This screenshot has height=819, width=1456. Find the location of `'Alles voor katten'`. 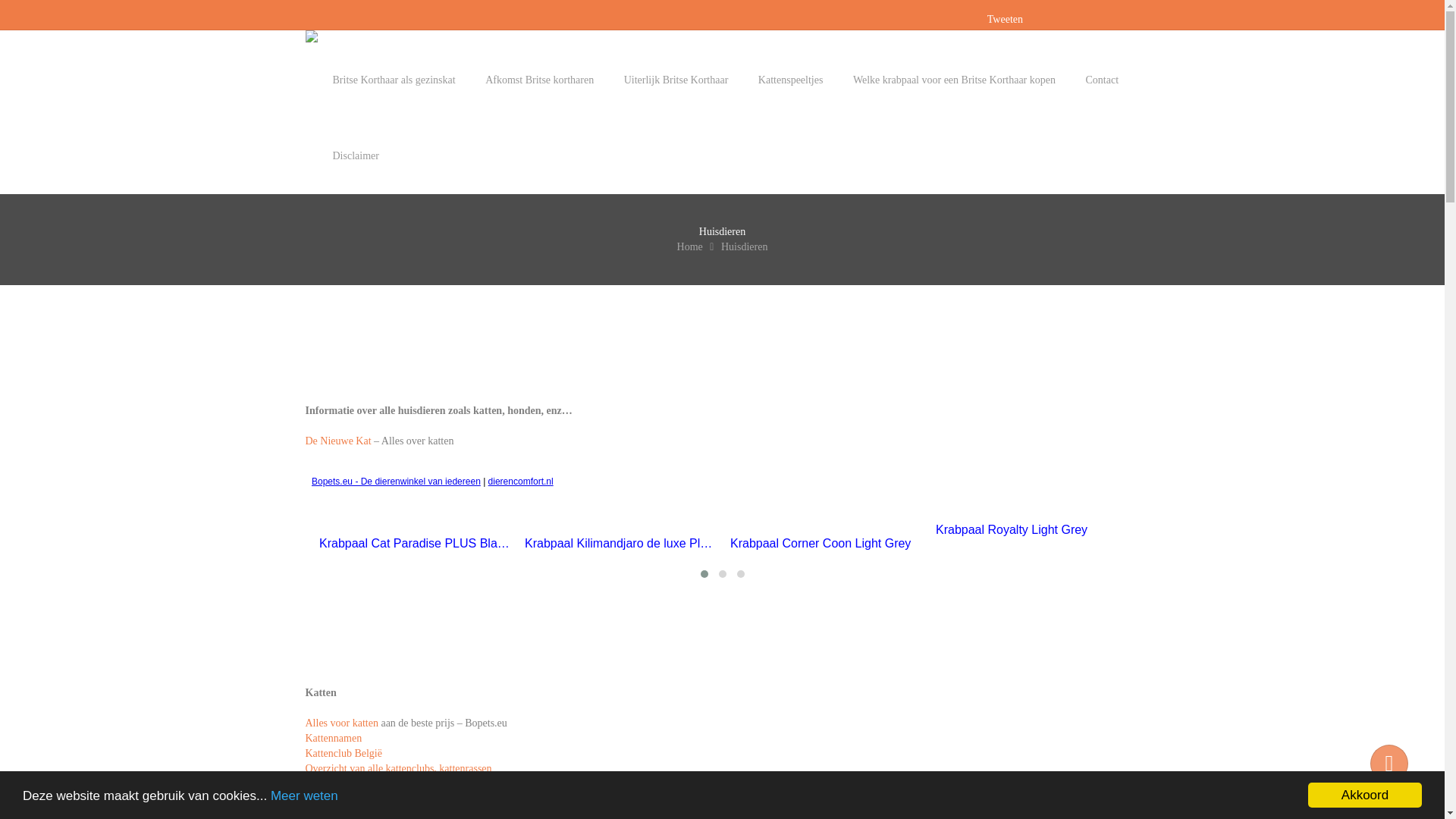

'Alles voor katten' is located at coordinates (340, 722).